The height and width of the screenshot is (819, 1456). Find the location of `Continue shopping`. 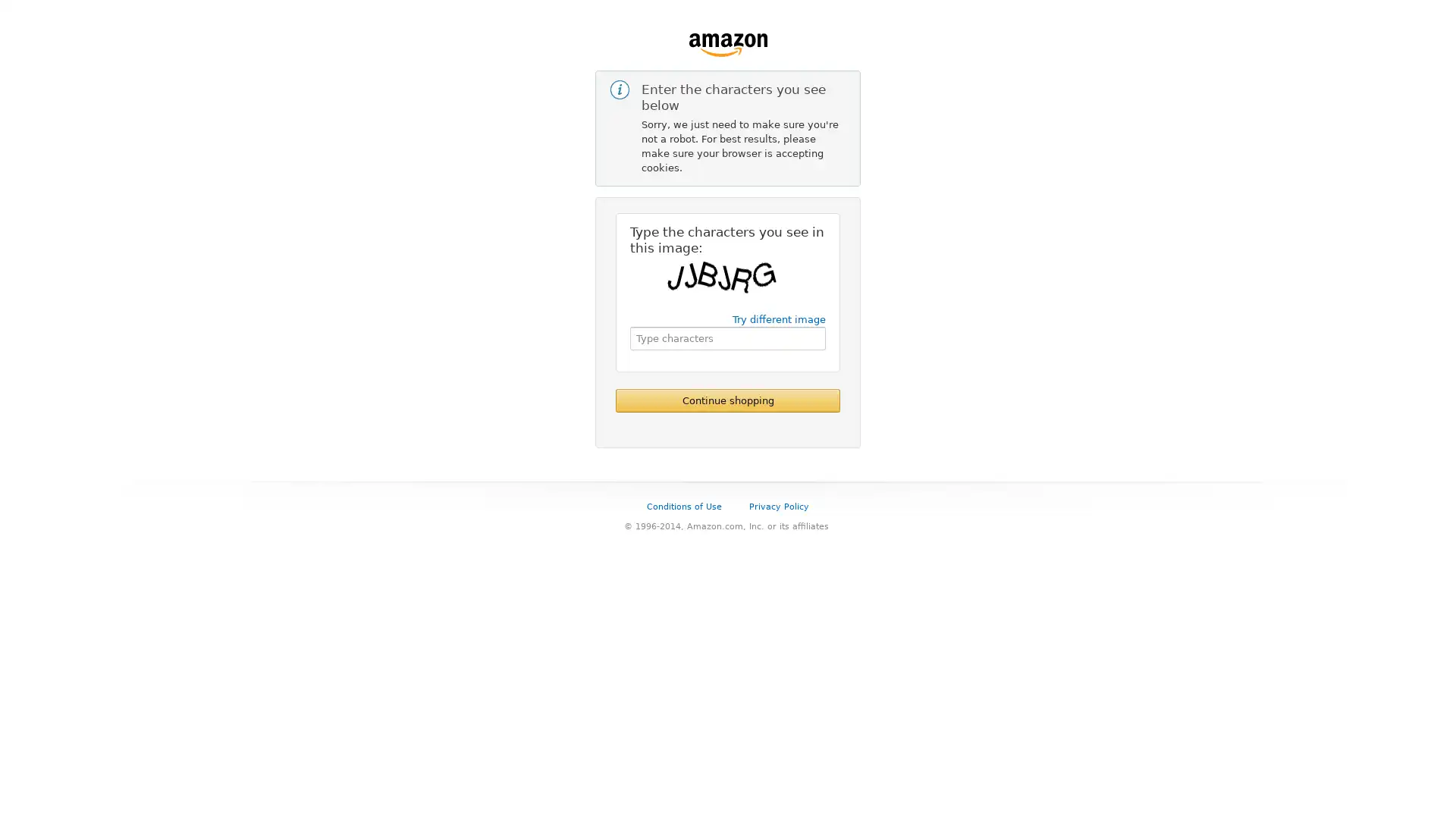

Continue shopping is located at coordinates (728, 400).